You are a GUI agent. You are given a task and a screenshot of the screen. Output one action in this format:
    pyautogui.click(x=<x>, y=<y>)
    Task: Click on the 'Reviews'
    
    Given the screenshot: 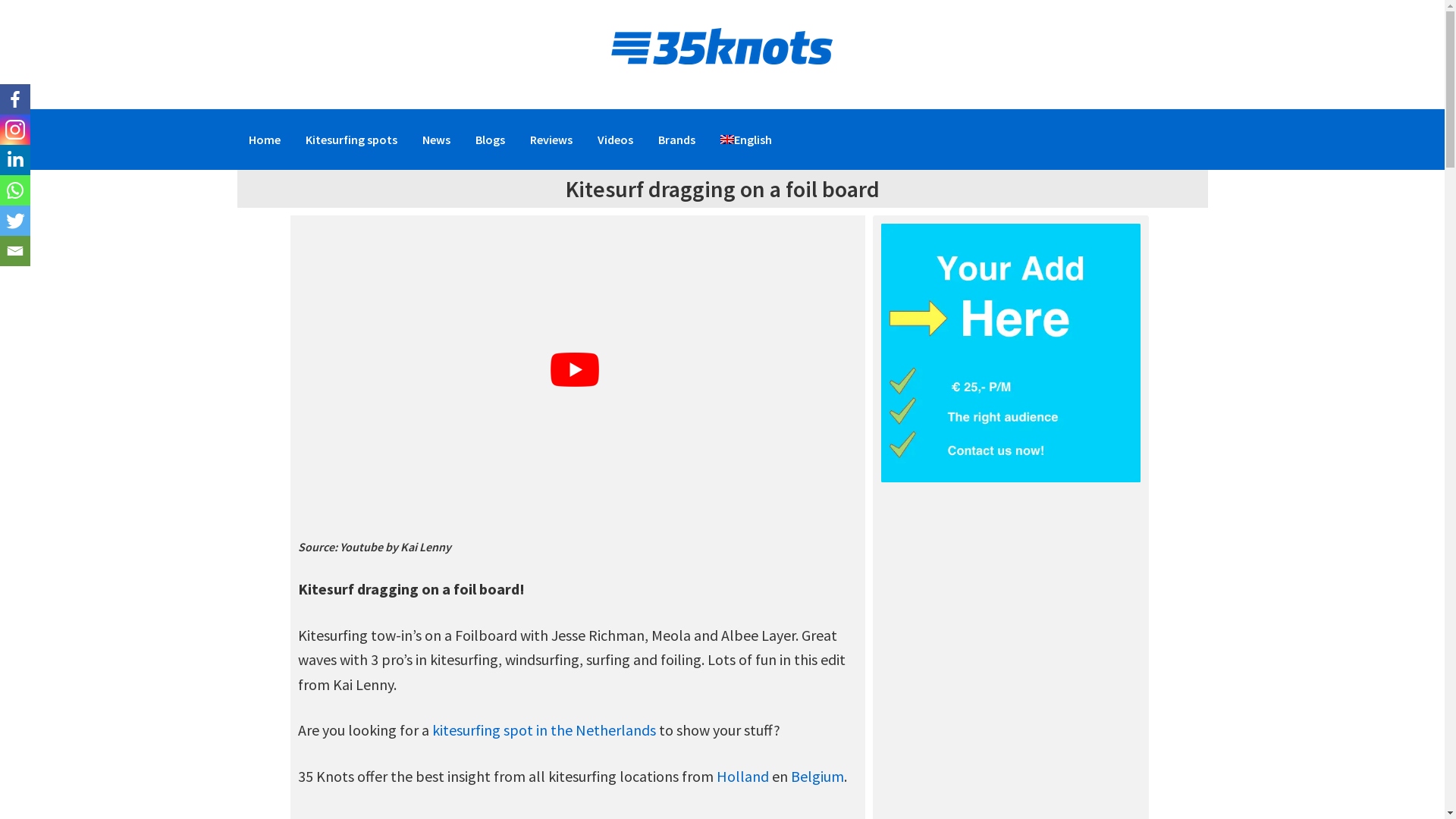 What is the action you would take?
    pyautogui.click(x=550, y=140)
    